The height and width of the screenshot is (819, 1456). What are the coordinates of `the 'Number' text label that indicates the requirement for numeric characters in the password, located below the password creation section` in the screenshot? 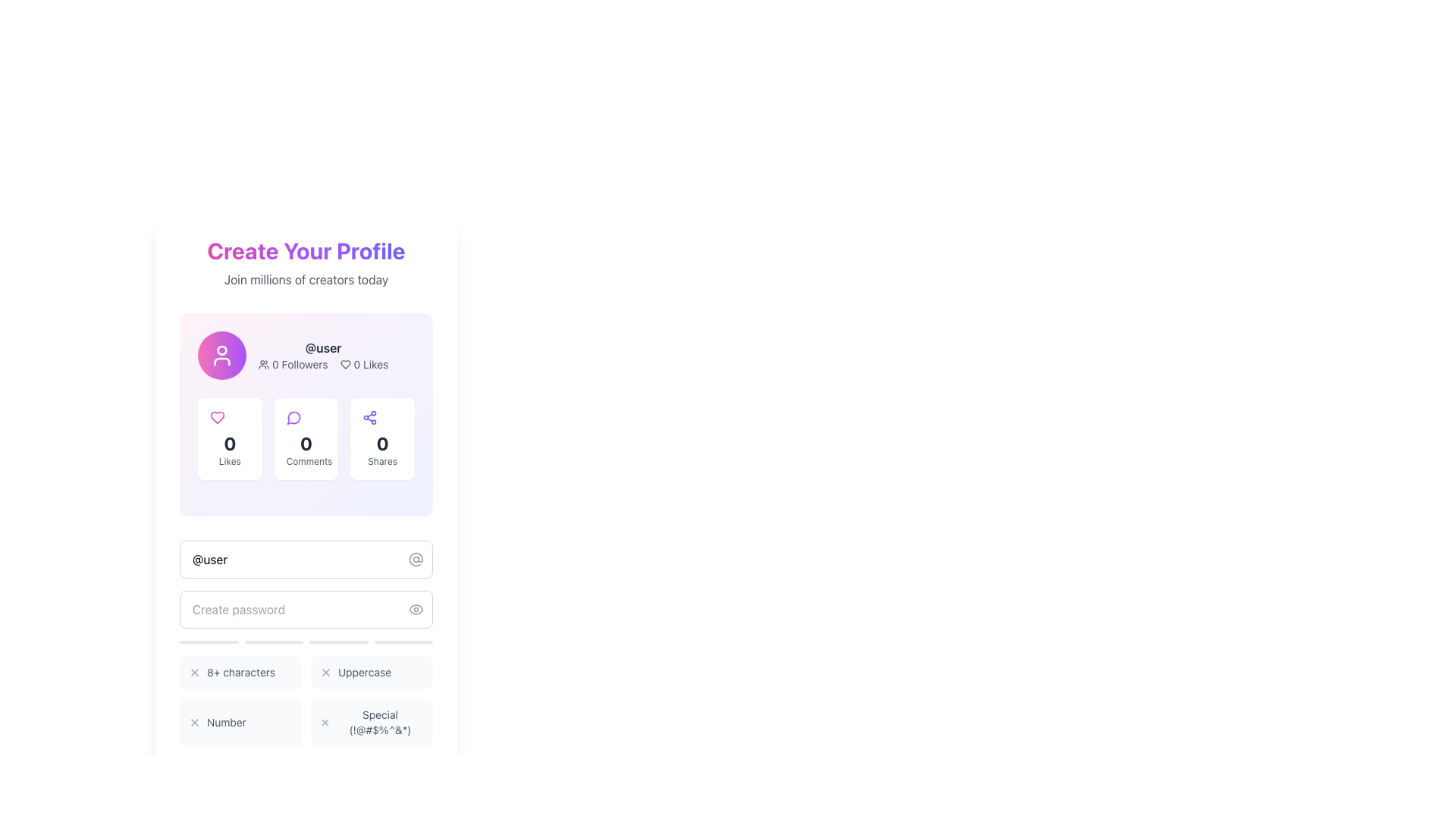 It's located at (225, 721).